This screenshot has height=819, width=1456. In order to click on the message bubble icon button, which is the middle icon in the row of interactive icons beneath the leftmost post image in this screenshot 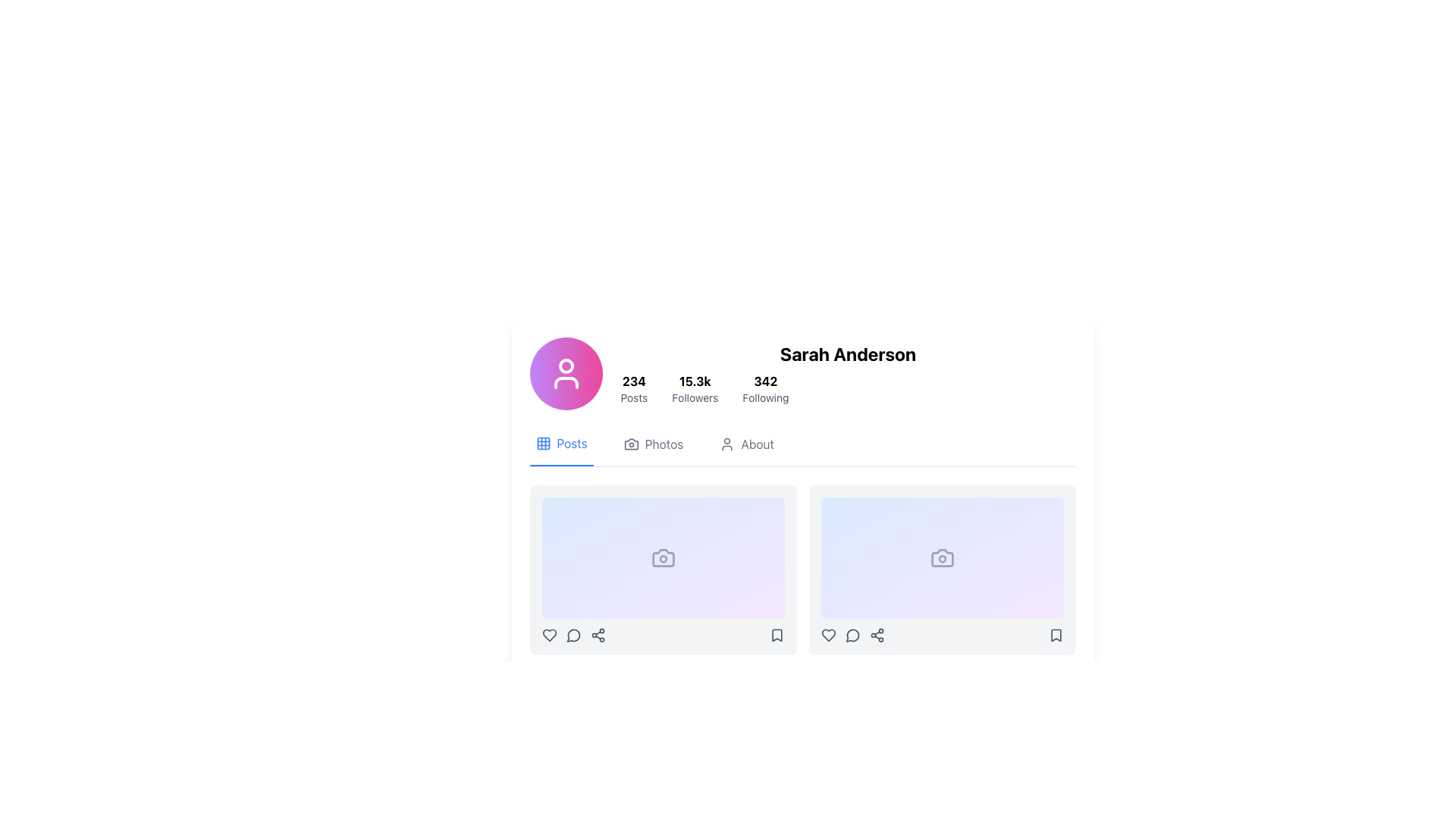, I will do `click(573, 635)`.